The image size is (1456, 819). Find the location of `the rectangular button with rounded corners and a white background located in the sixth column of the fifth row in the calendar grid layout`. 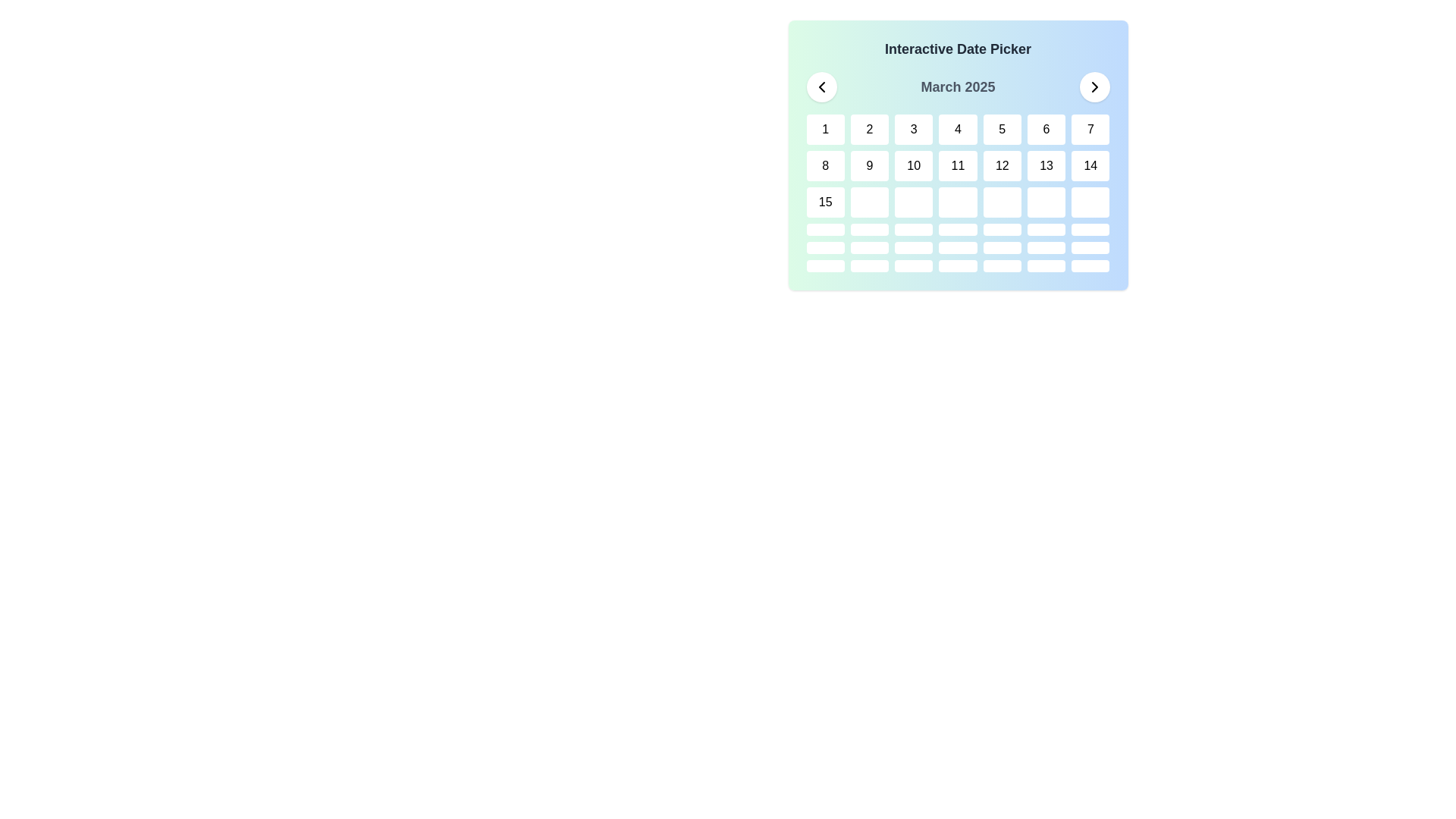

the rectangular button with rounded corners and a white background located in the sixth column of the fifth row in the calendar grid layout is located at coordinates (870, 247).